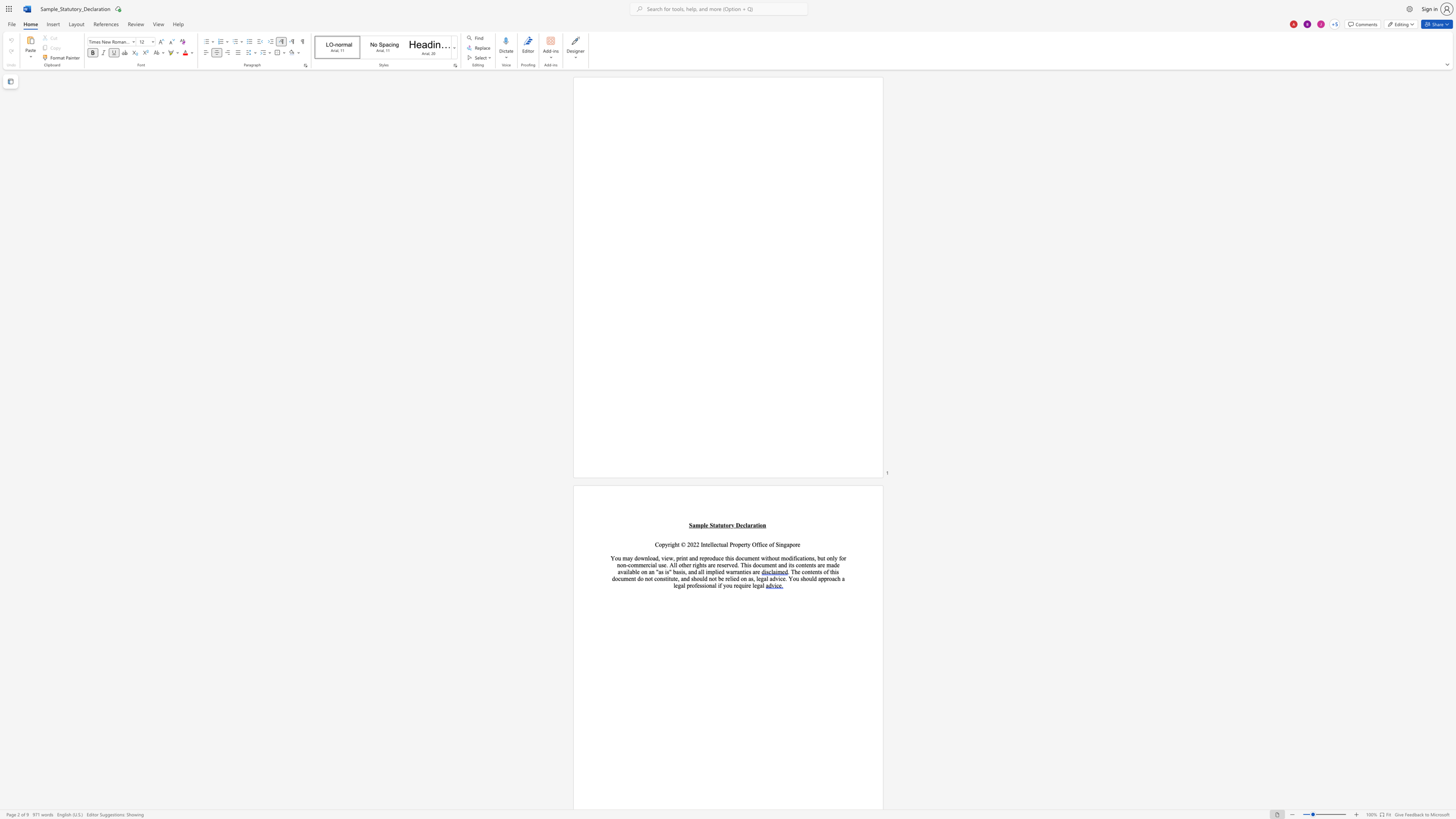 The image size is (1456, 819). What do you see at coordinates (693, 585) in the screenshot?
I see `the 7th character "o" in the text` at bounding box center [693, 585].